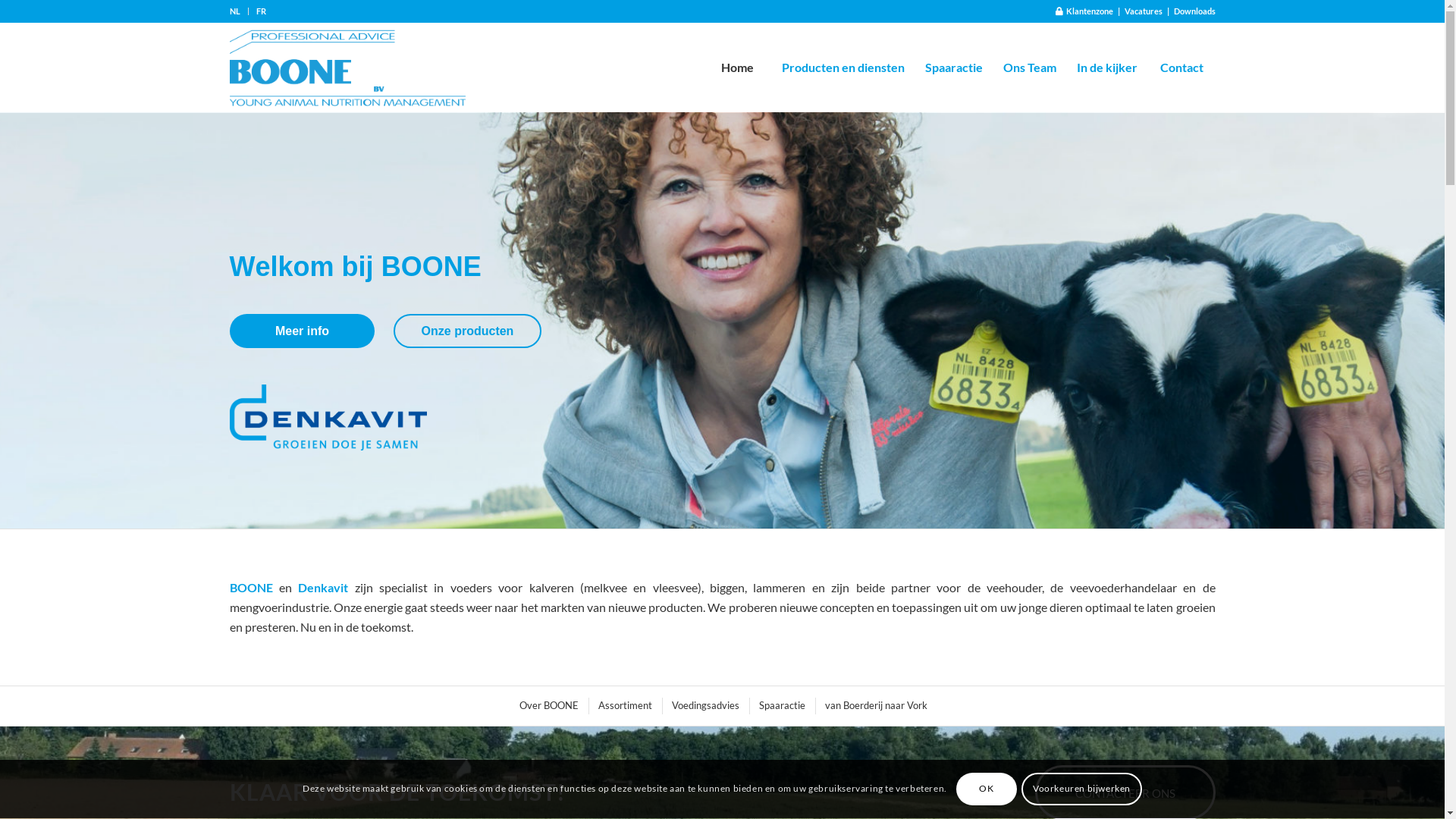 Image resolution: width=1456 pixels, height=819 pixels. Describe the element at coordinates (702, 705) in the screenshot. I see `'Voedingsadvies'` at that location.